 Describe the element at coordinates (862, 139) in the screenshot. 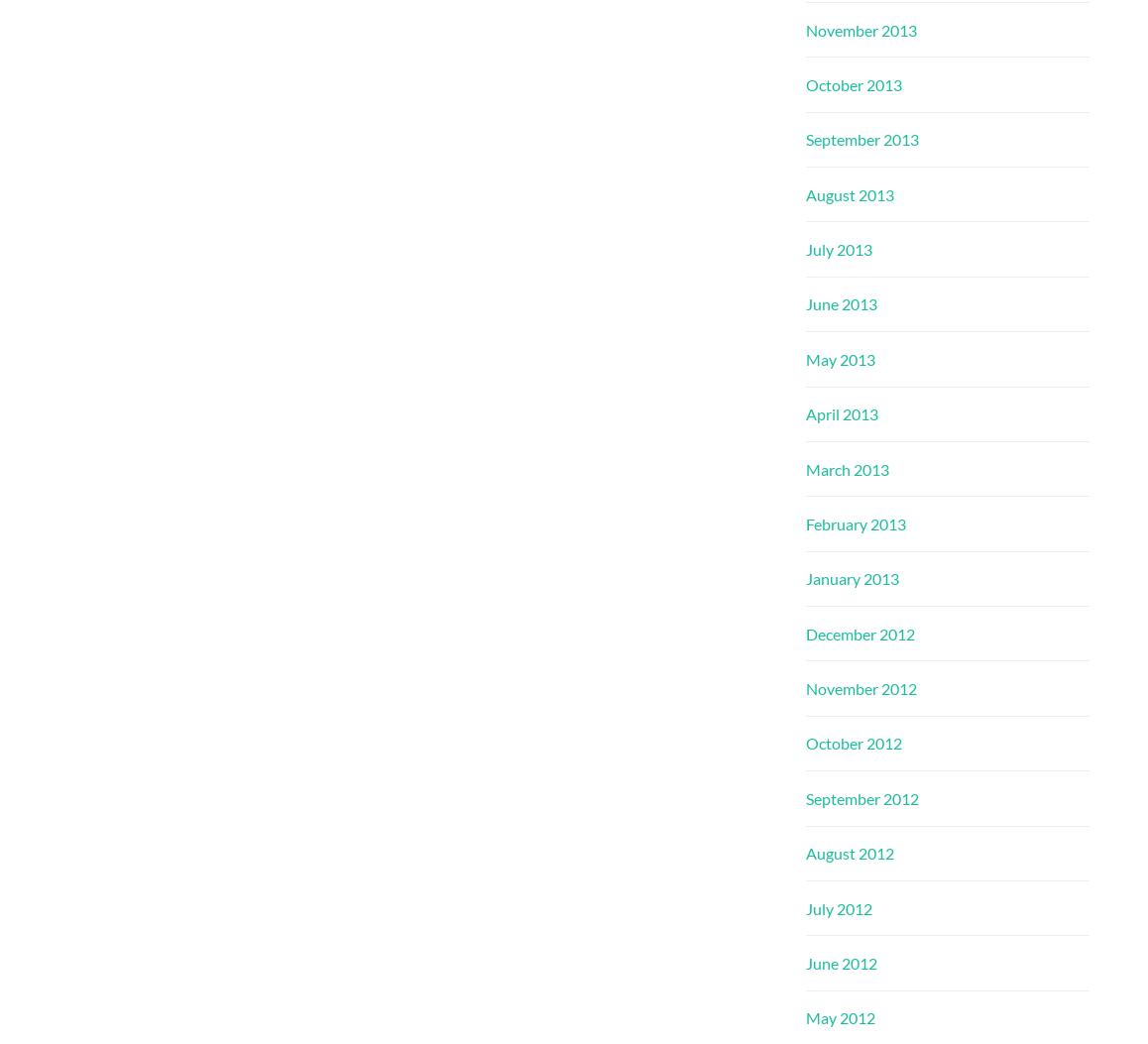

I see `'September 2013'` at that location.